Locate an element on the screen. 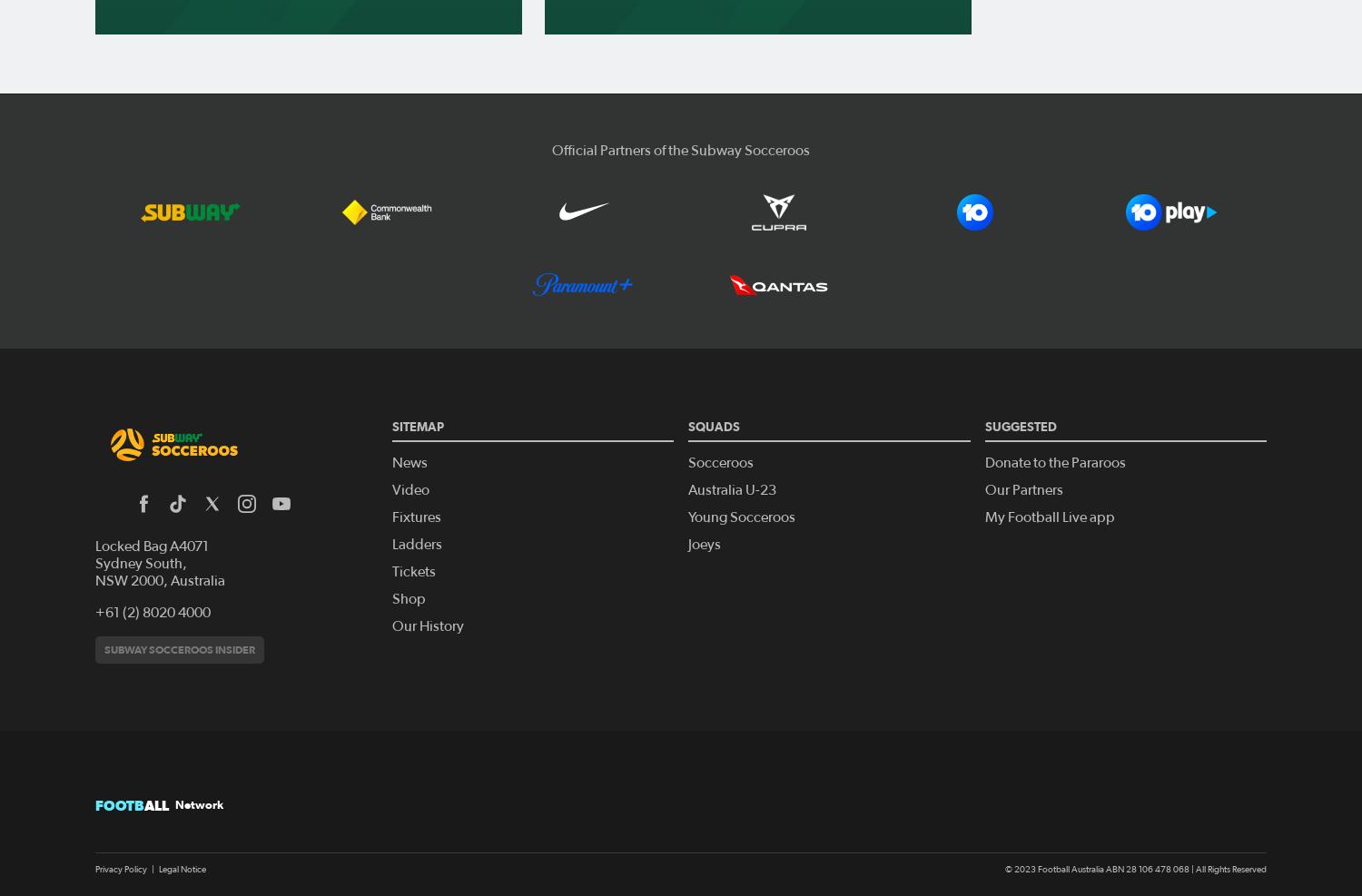  'Joeys' is located at coordinates (704, 543).